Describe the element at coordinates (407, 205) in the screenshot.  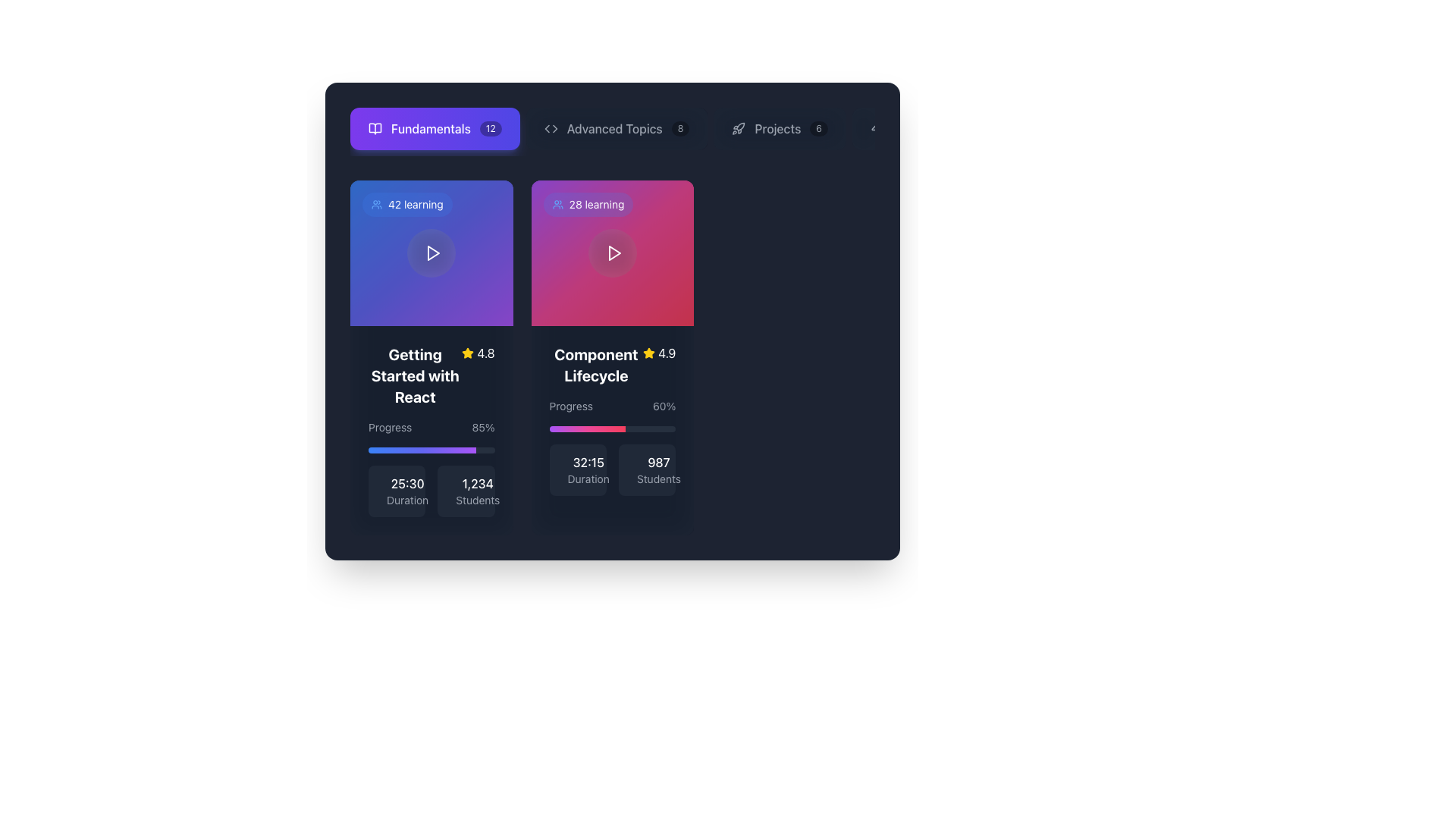
I see `the tag-like button displaying an icon of a group of people followed by the text '42 learning'` at that location.